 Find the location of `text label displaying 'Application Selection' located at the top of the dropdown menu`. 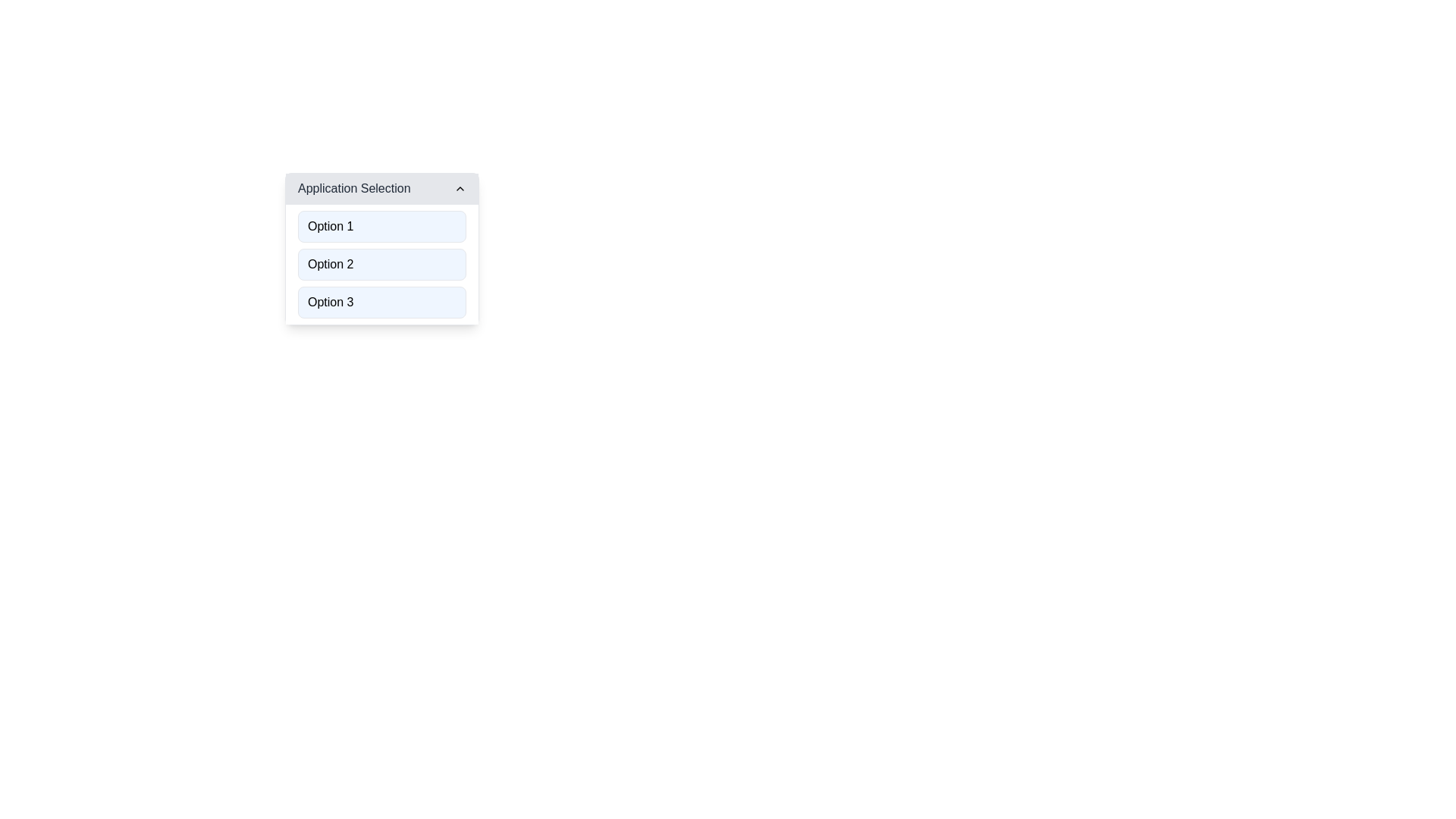

text label displaying 'Application Selection' located at the top of the dropdown menu is located at coordinates (353, 188).